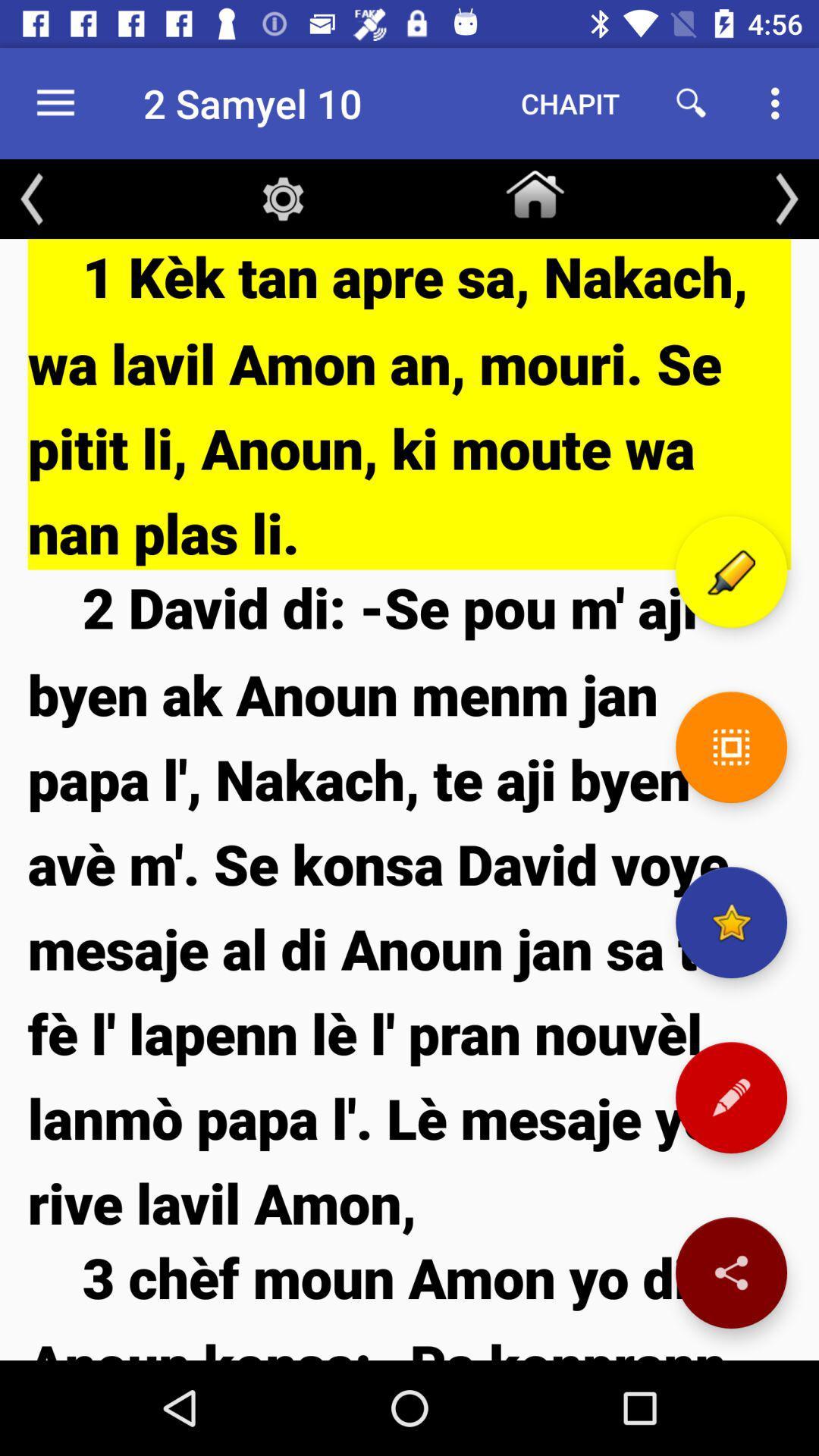 This screenshot has width=819, height=1456. I want to click on the edit icon, so click(730, 571).